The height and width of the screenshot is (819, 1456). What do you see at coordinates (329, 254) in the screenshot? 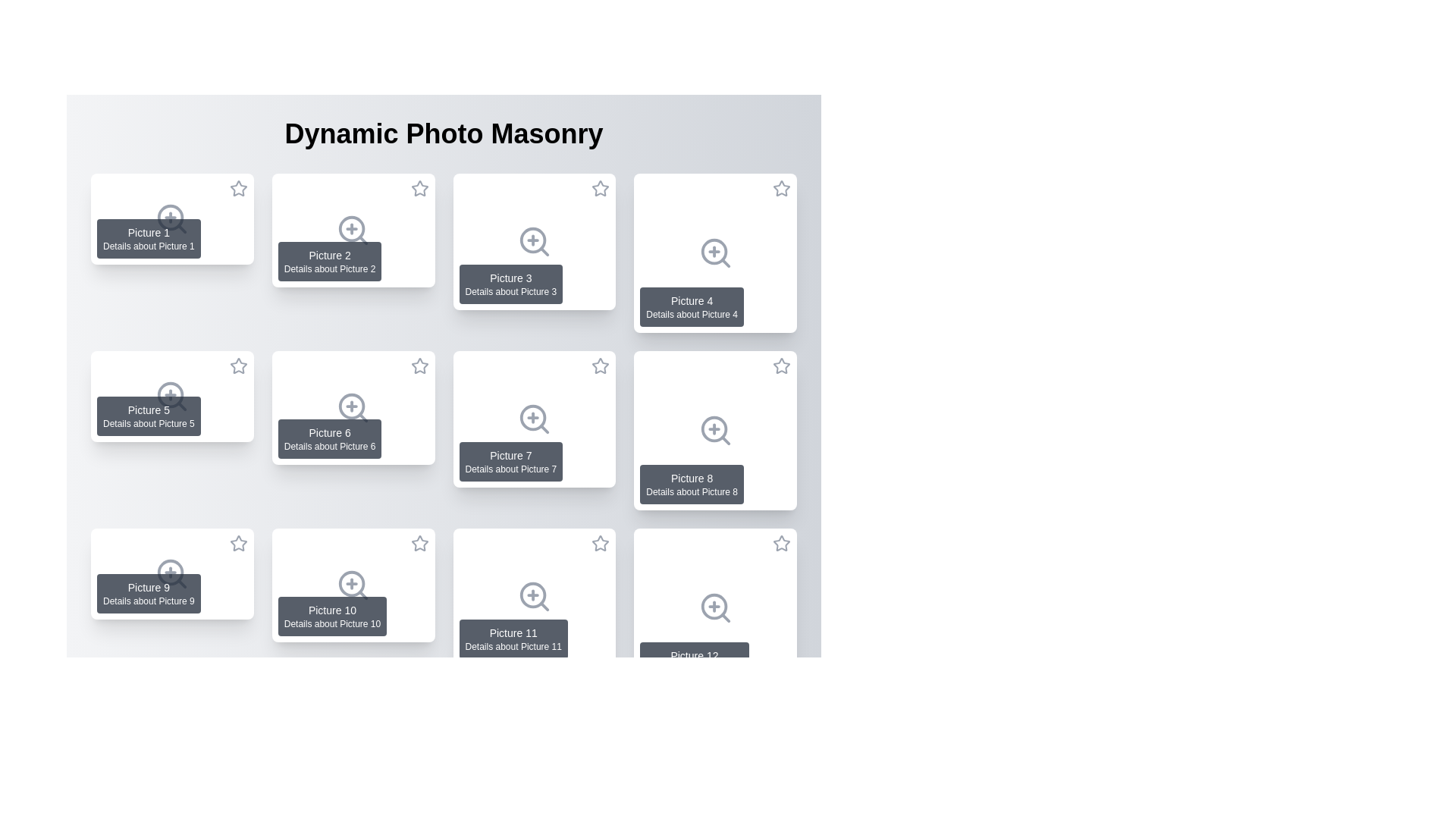
I see `text 'Picture 2' from the label styled in a small font with medium emphasis, located within a dark gray background at the bottom-left corner of the adjacent picture card` at bounding box center [329, 254].